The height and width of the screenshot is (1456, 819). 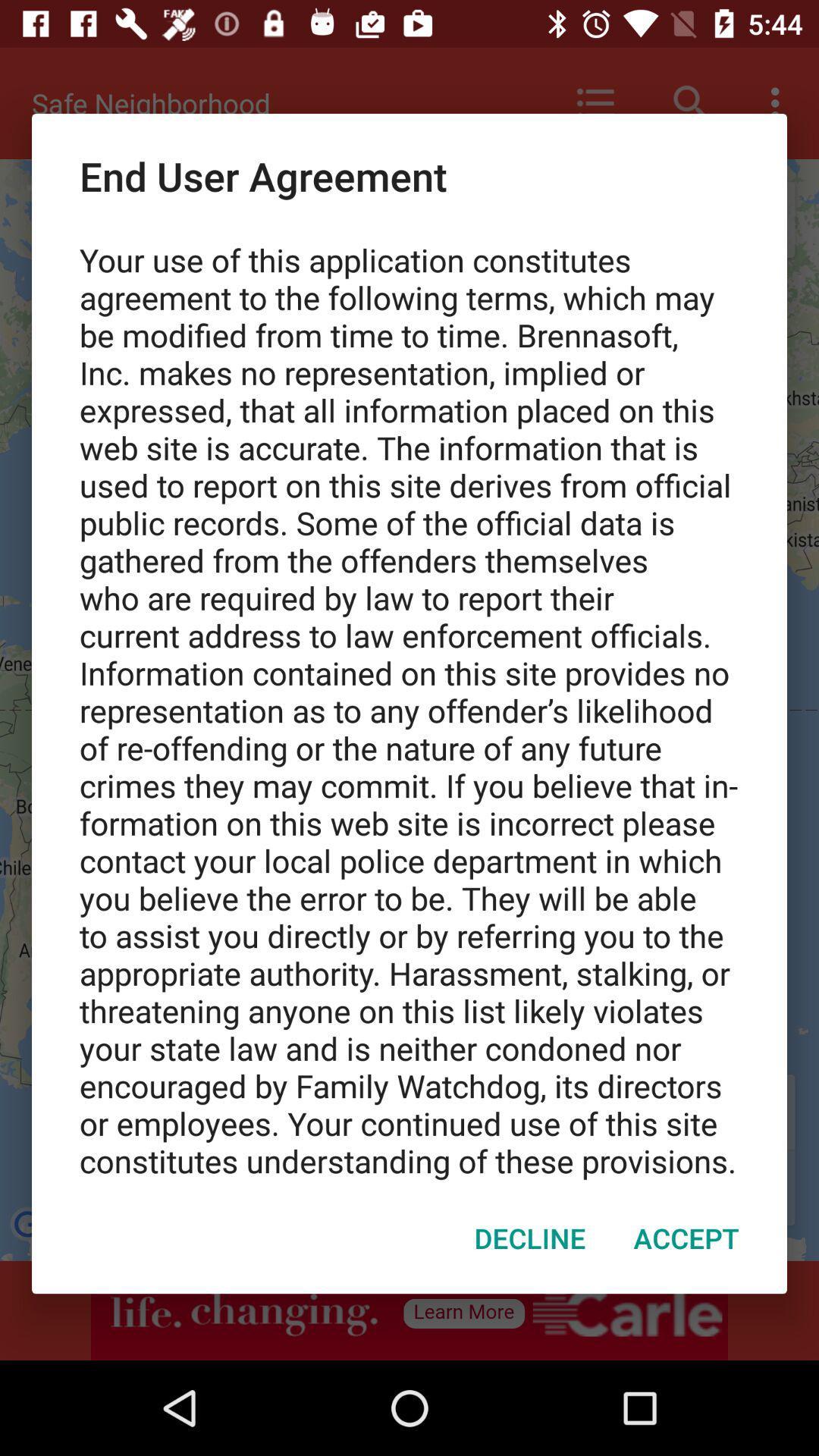 I want to click on icon at the bottom right corner, so click(x=686, y=1238).